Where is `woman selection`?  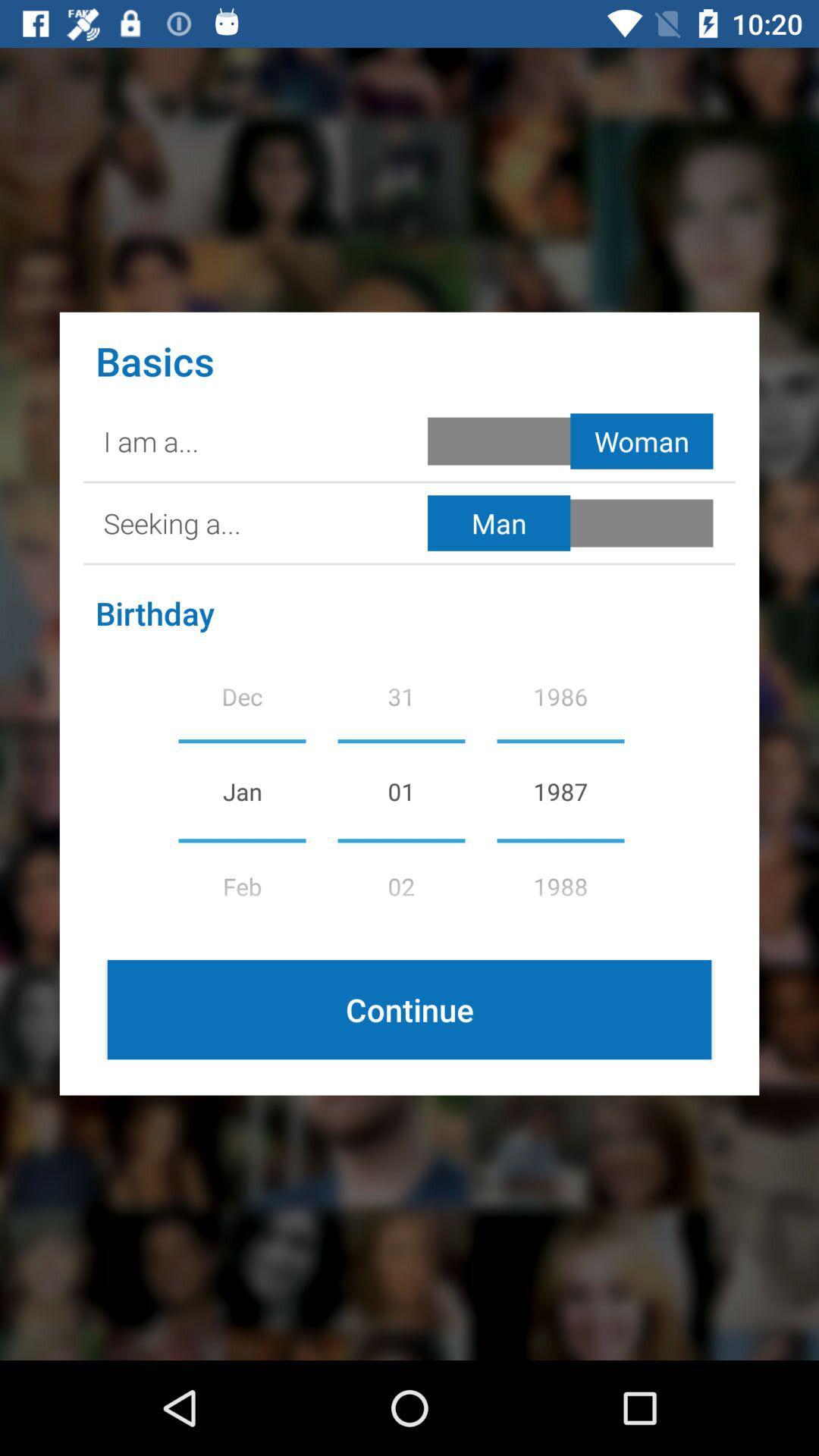
woman selection is located at coordinates (573, 440).